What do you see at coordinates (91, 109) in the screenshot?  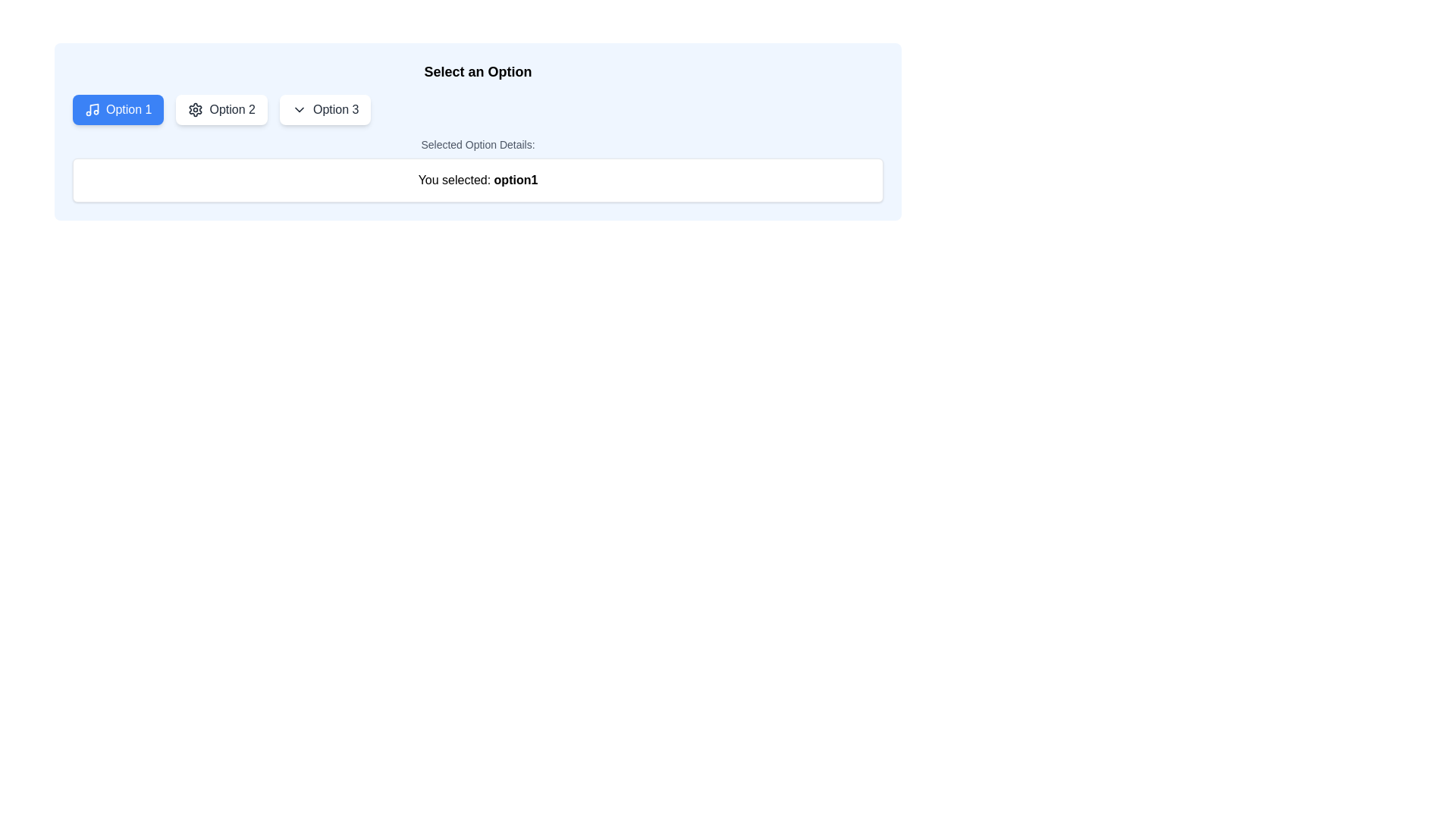 I see `the small outlined musical note icon located to the left of the text 'Option 1' within the blue button` at bounding box center [91, 109].